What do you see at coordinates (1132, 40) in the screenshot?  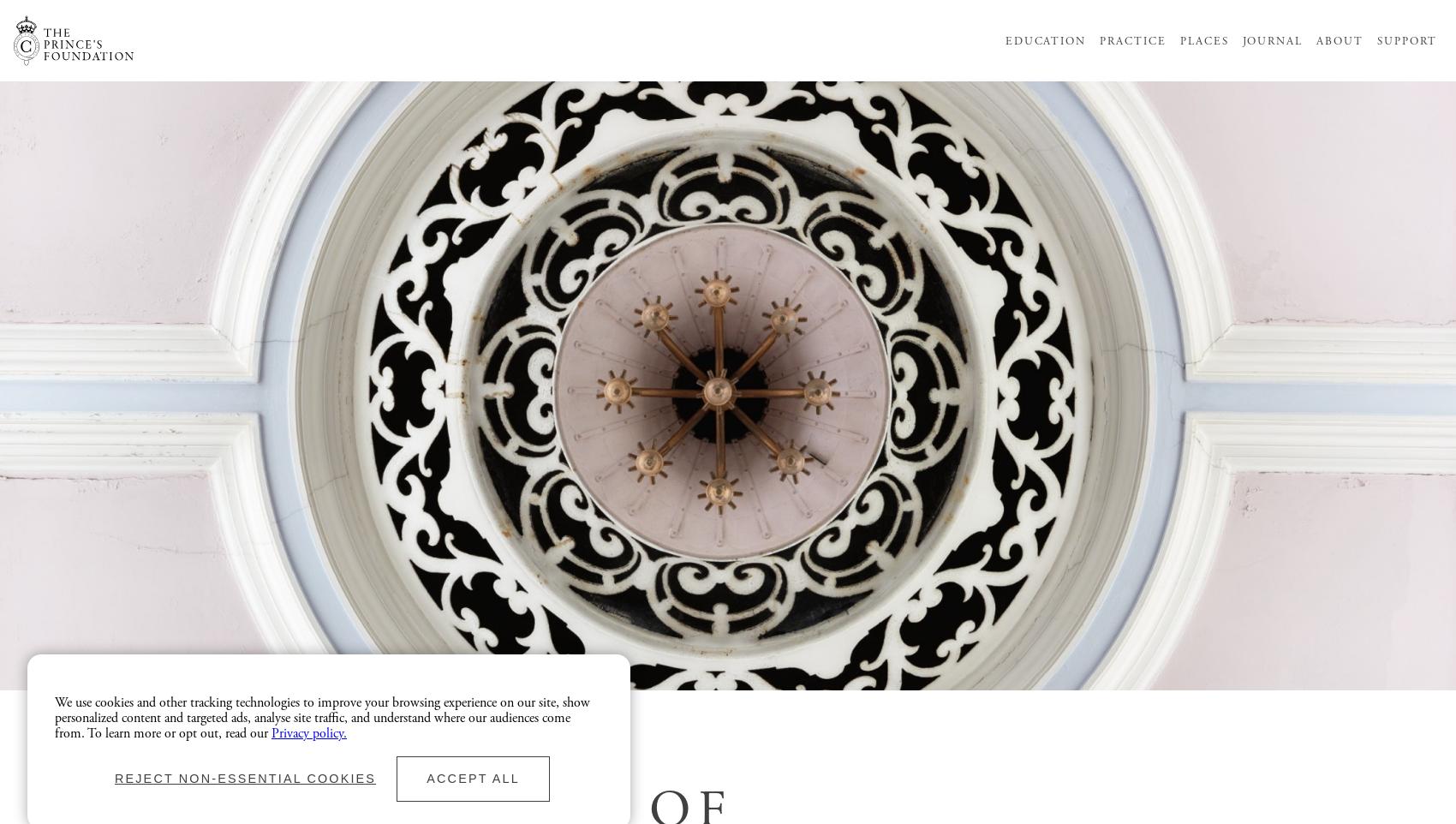 I see `'Practice'` at bounding box center [1132, 40].